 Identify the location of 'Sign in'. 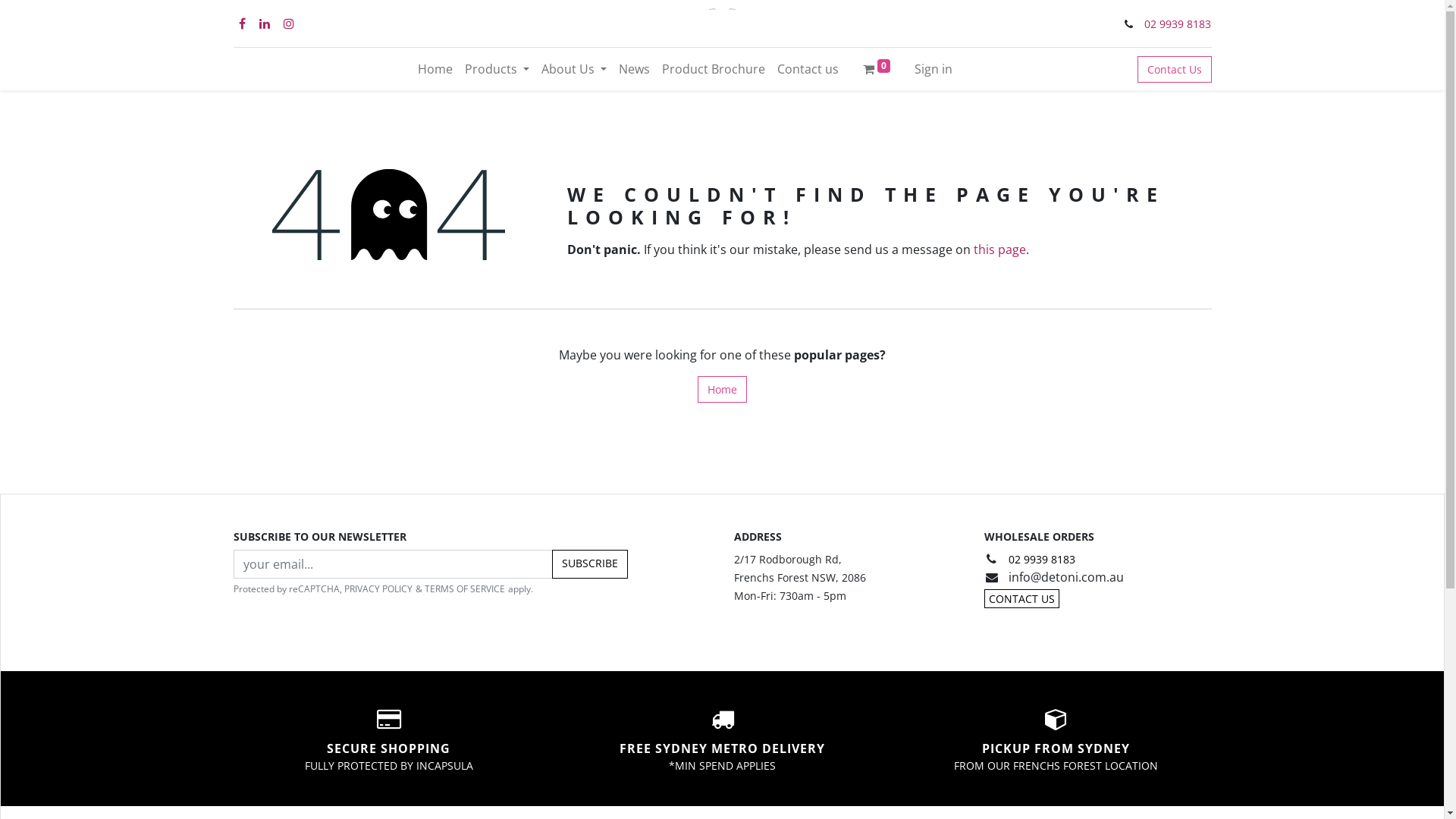
(932, 69).